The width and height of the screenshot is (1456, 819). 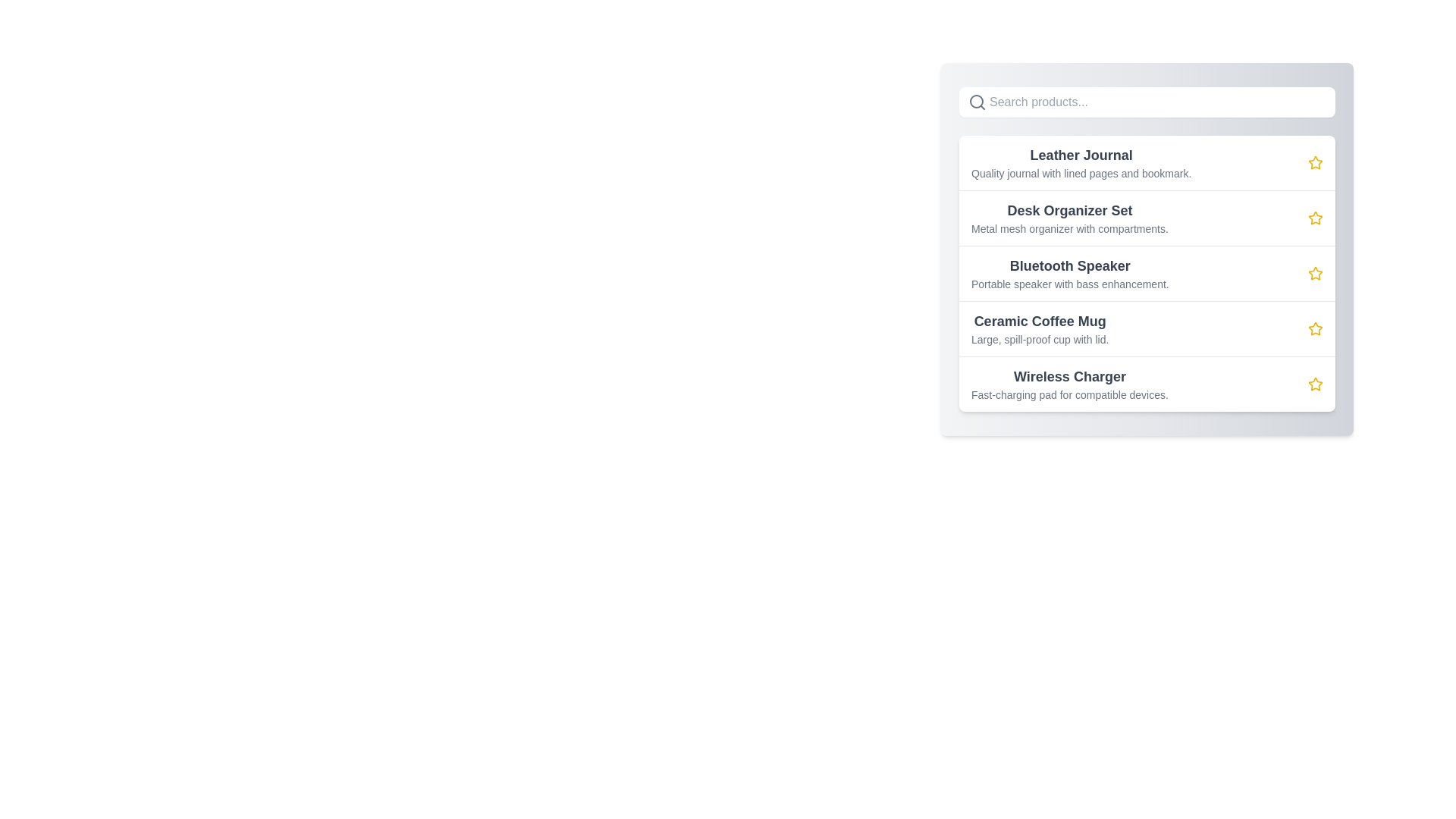 I want to click on the star-shaped icon with a yellow color fill located next to the 'Bluetooth Speaker' list item to mark it as a favorite, so click(x=1313, y=271).